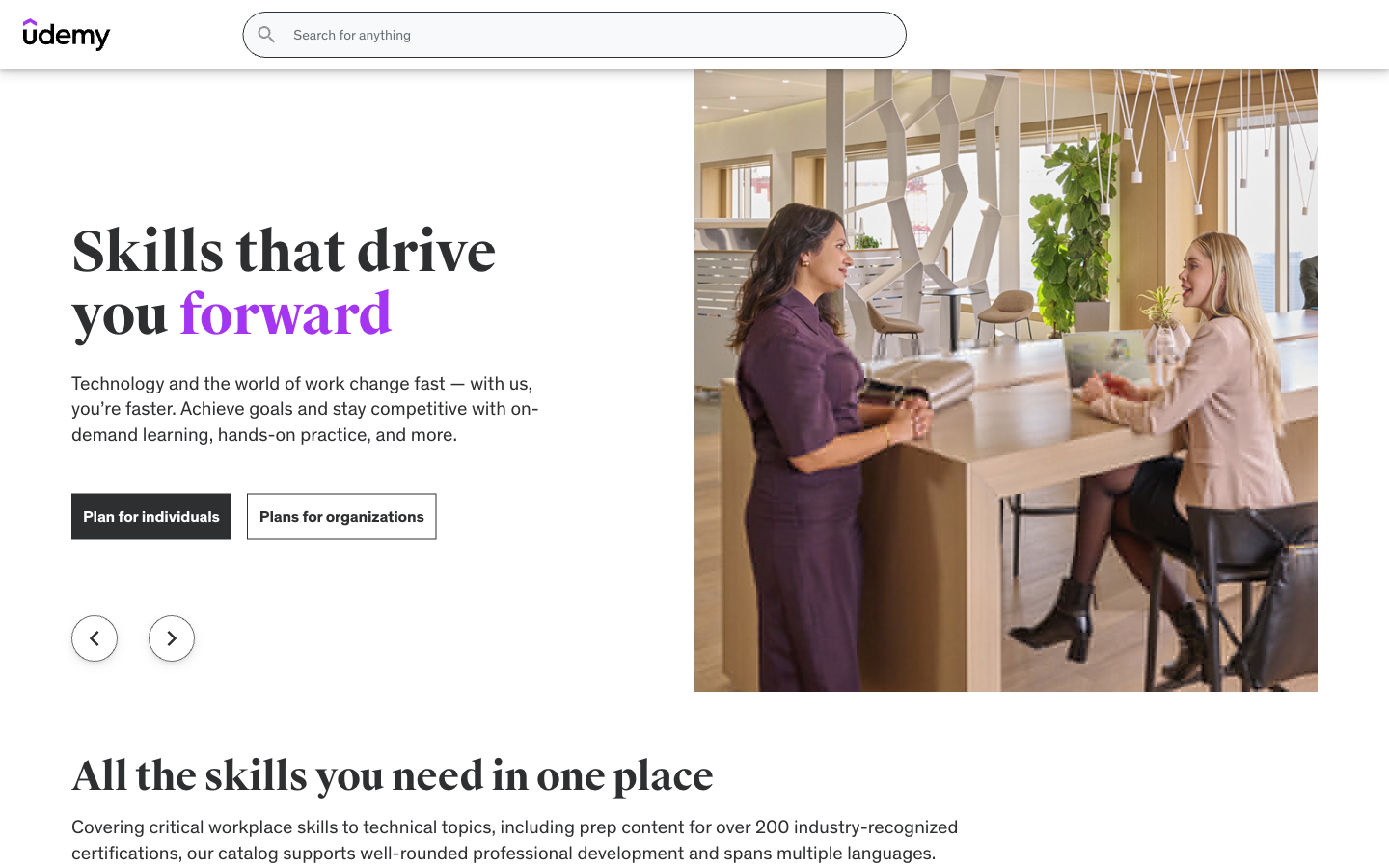 This screenshot has height=868, width=1389. What do you see at coordinates (651, 85) in the screenshot?
I see `the Phones Page` at bounding box center [651, 85].